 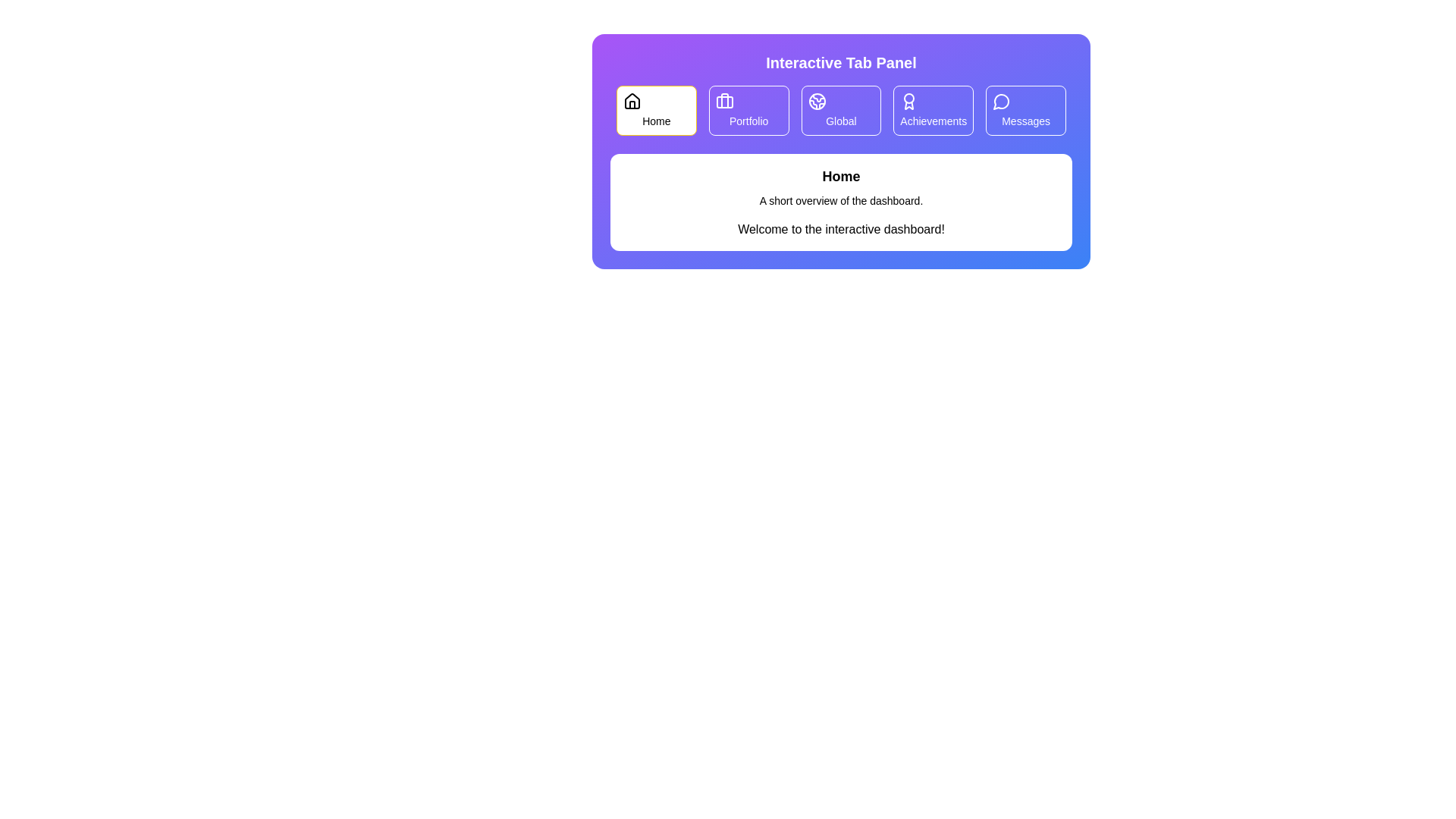 What do you see at coordinates (656, 110) in the screenshot?
I see `the first navigation tab located at the top section of the interface` at bounding box center [656, 110].